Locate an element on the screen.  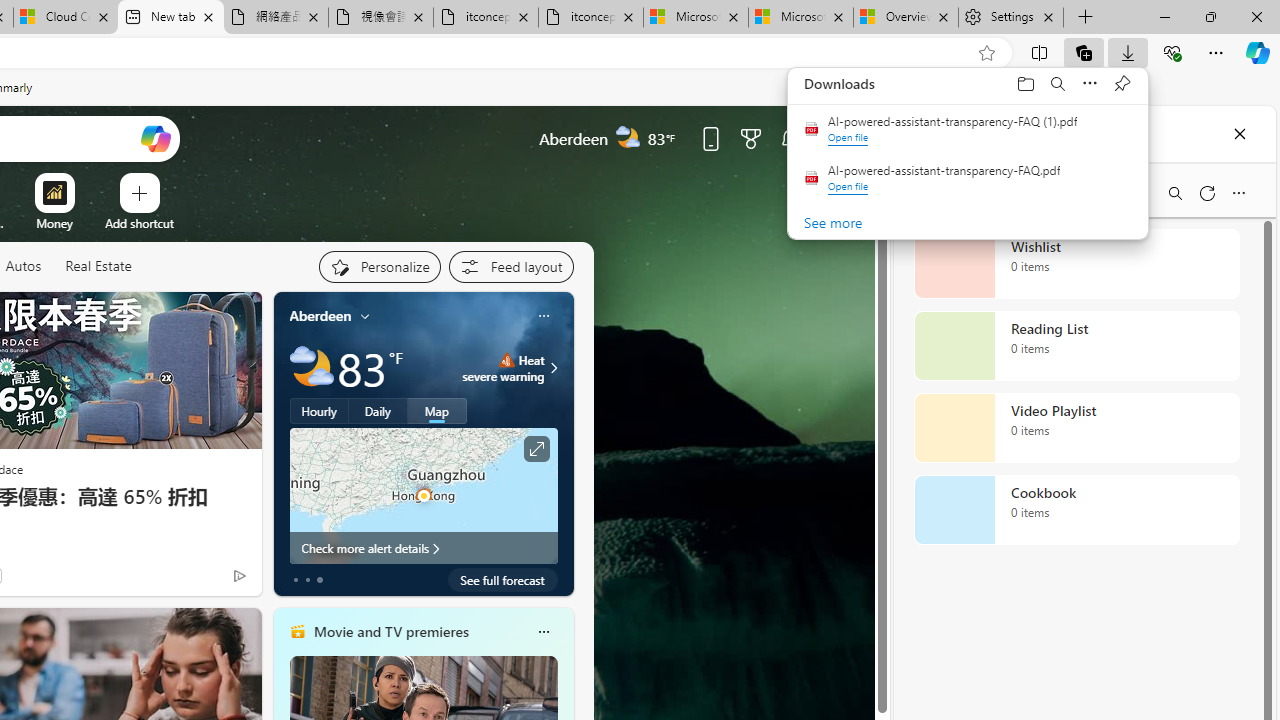
'Heat - Severe Heat severe warning' is located at coordinates (503, 367).